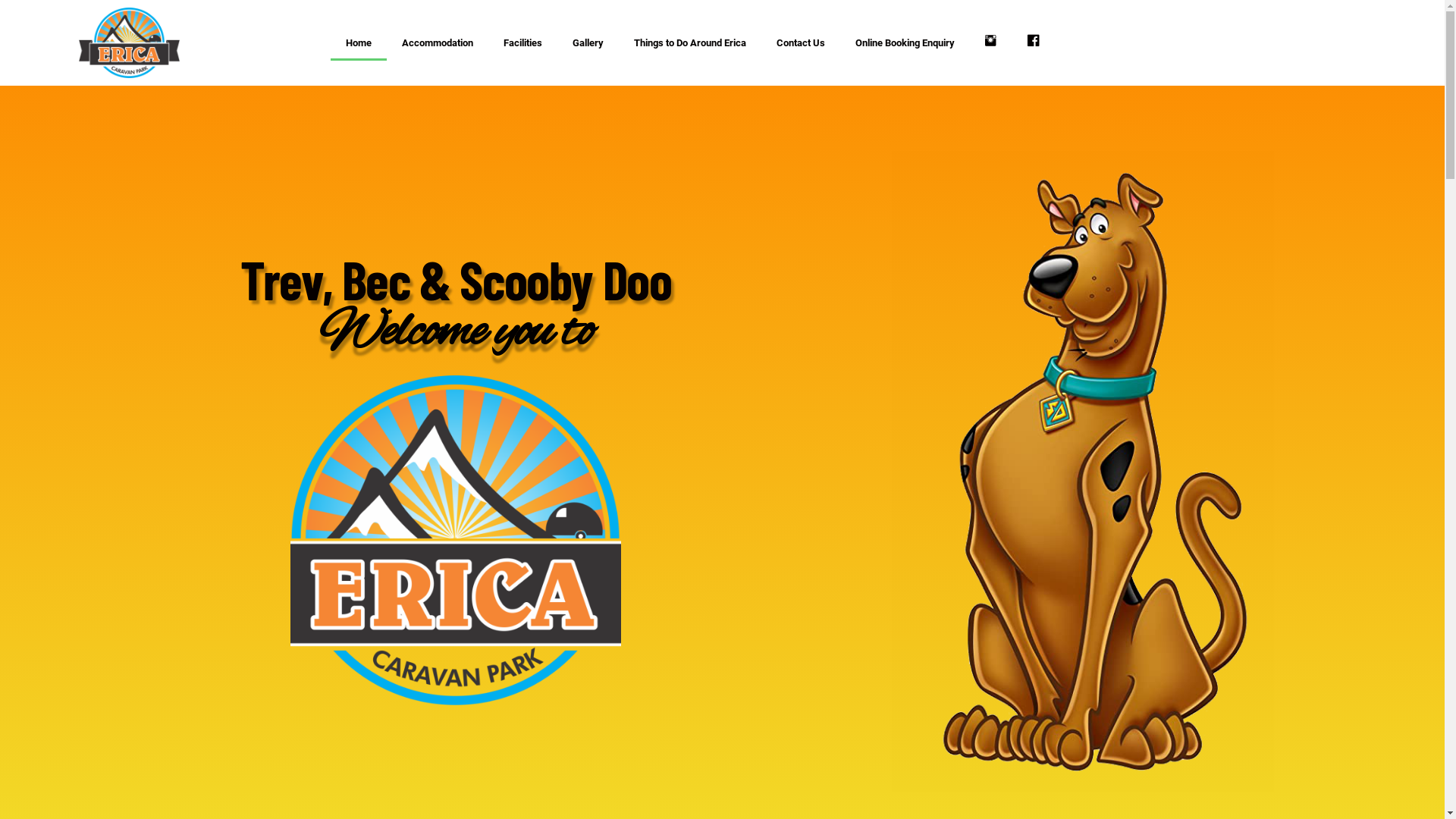  What do you see at coordinates (436, 42) in the screenshot?
I see `'Accommodation'` at bounding box center [436, 42].